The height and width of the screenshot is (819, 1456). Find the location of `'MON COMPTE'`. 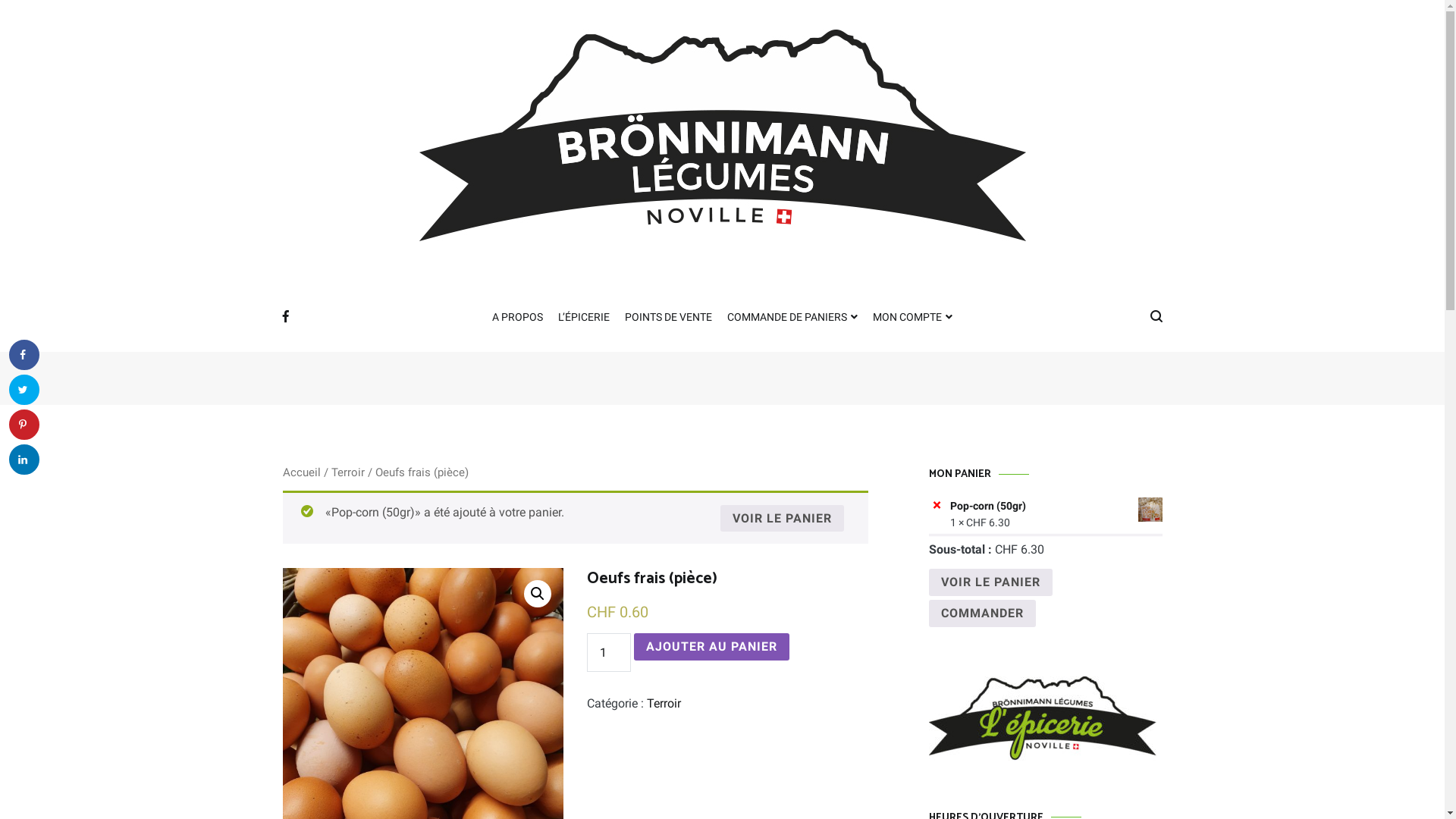

'MON COMPTE' is located at coordinates (912, 317).